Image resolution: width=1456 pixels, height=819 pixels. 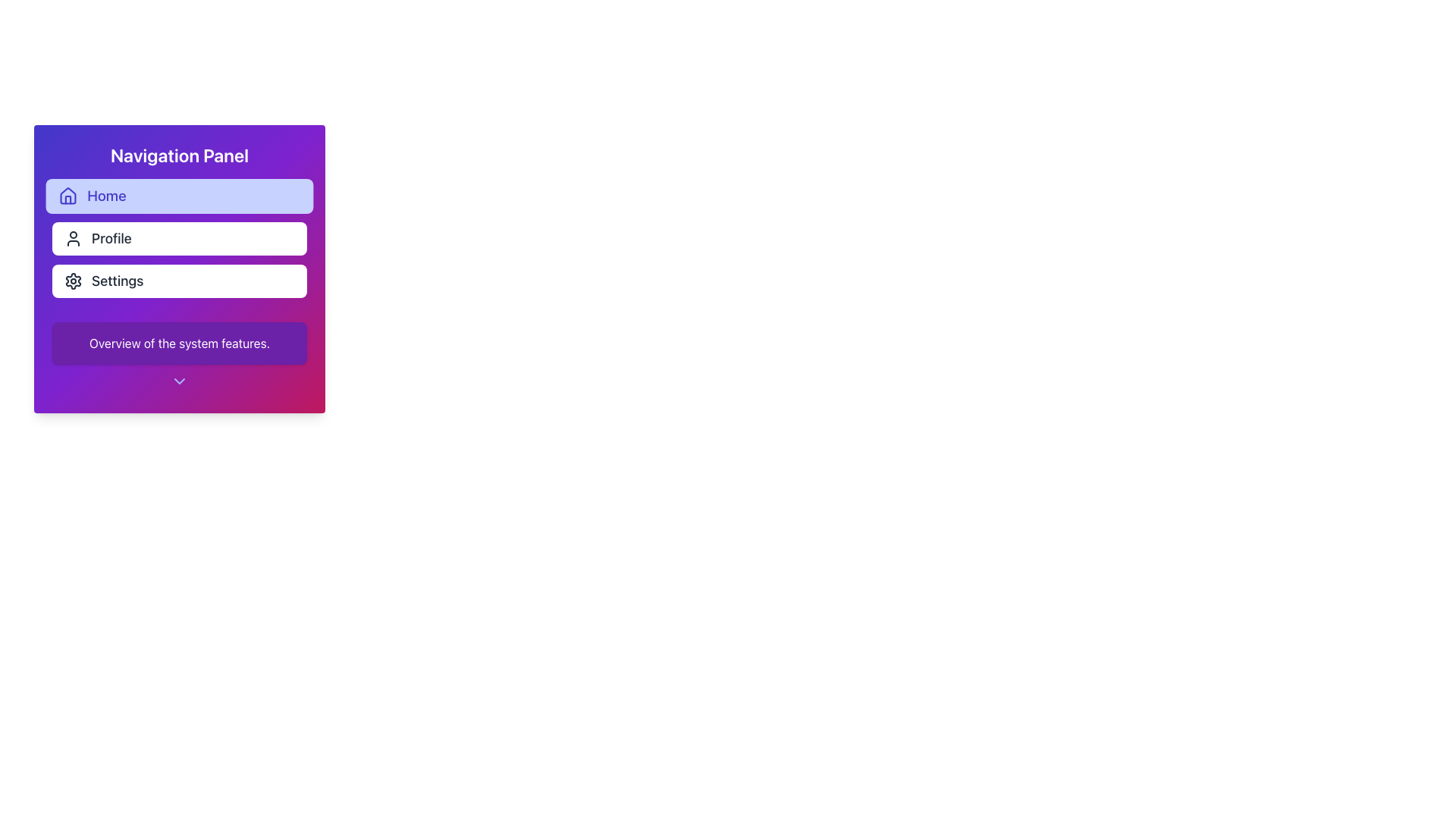 I want to click on the navigation button located at the bottom of the button list, so click(x=179, y=281).